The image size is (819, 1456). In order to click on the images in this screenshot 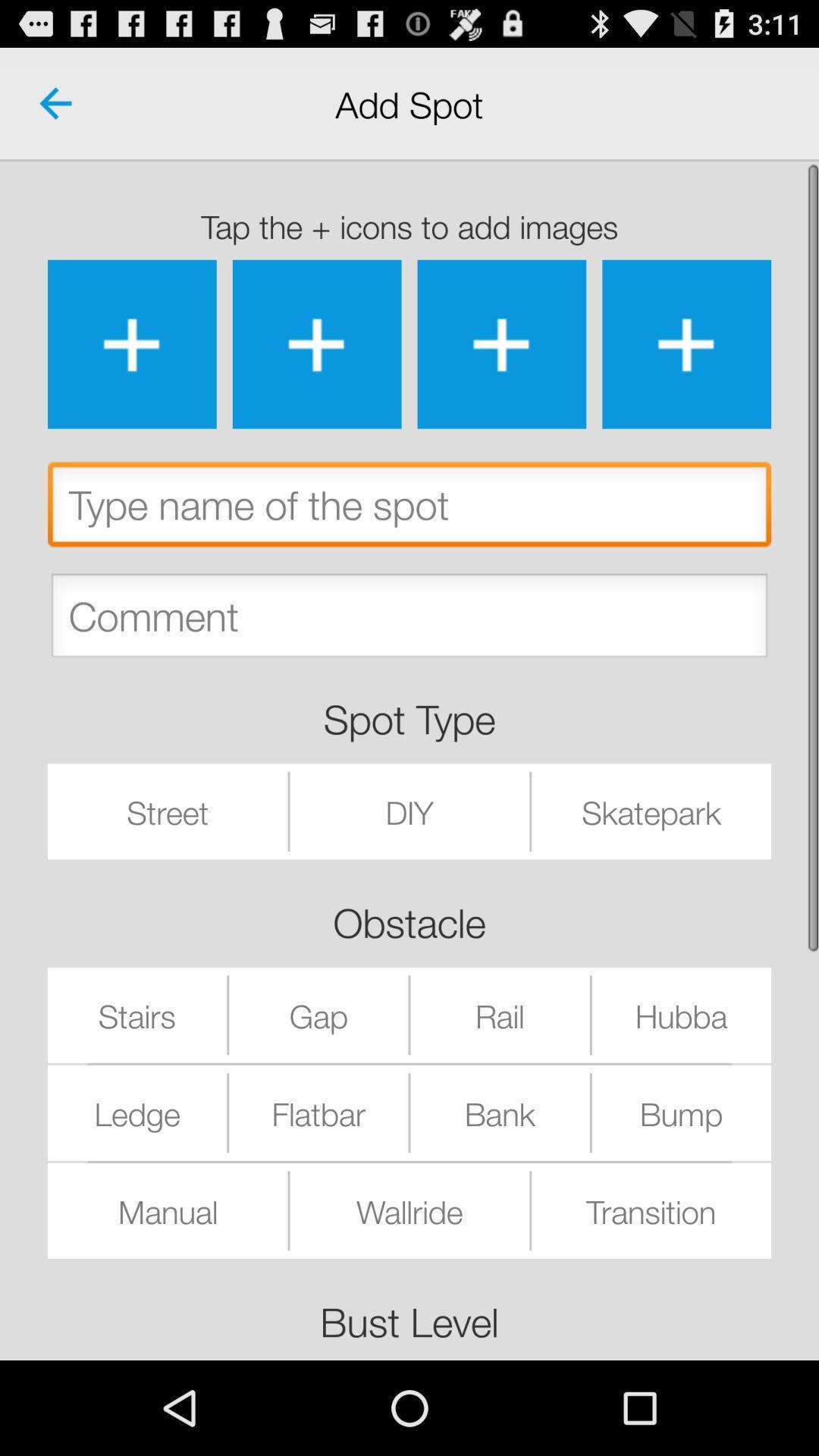, I will do `click(501, 344)`.